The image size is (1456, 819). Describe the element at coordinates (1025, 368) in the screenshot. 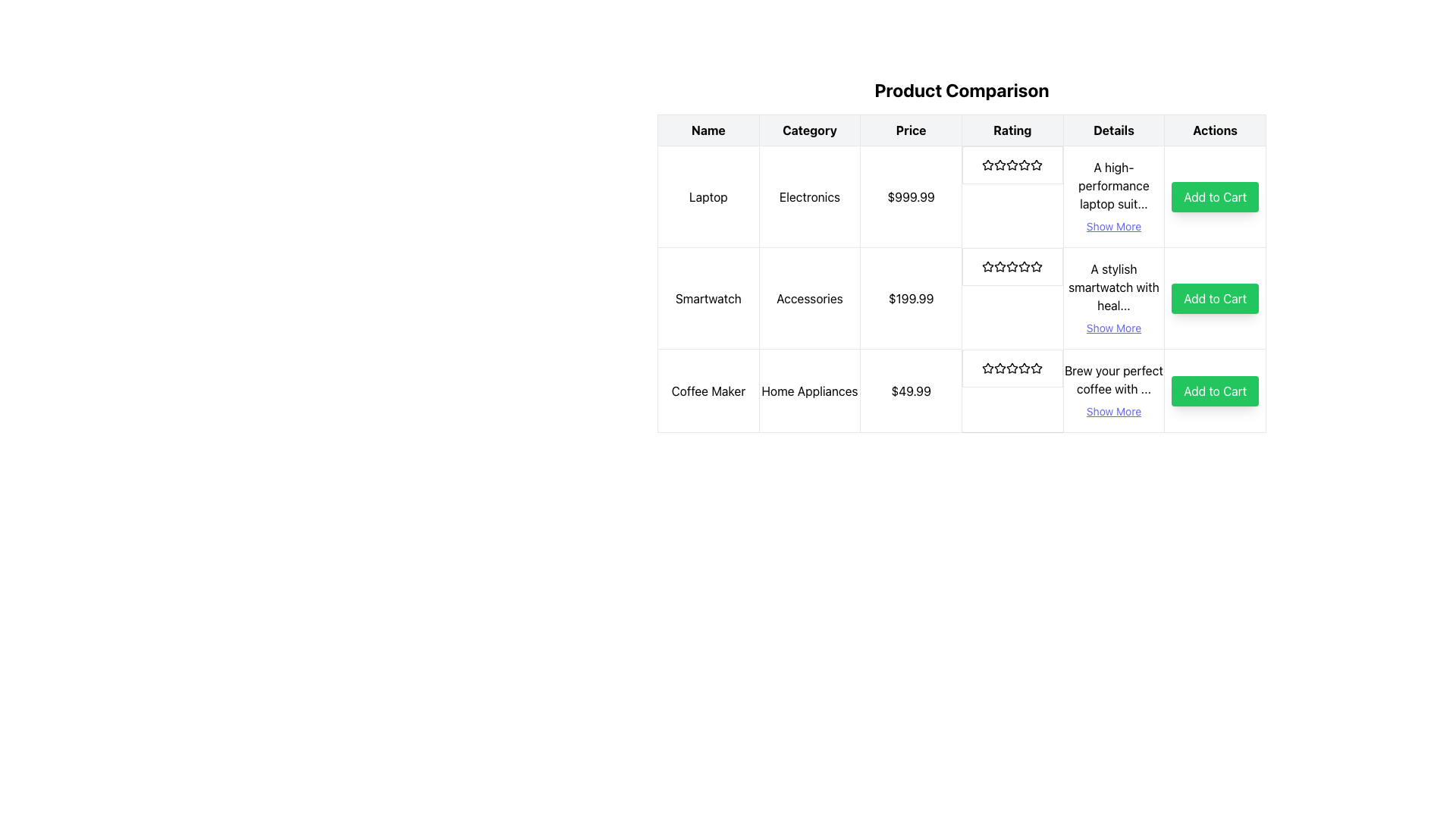

I see `the second star rating icon in the 'Coffee Maker' row under the 'Rating' column of the product comparison table` at that location.